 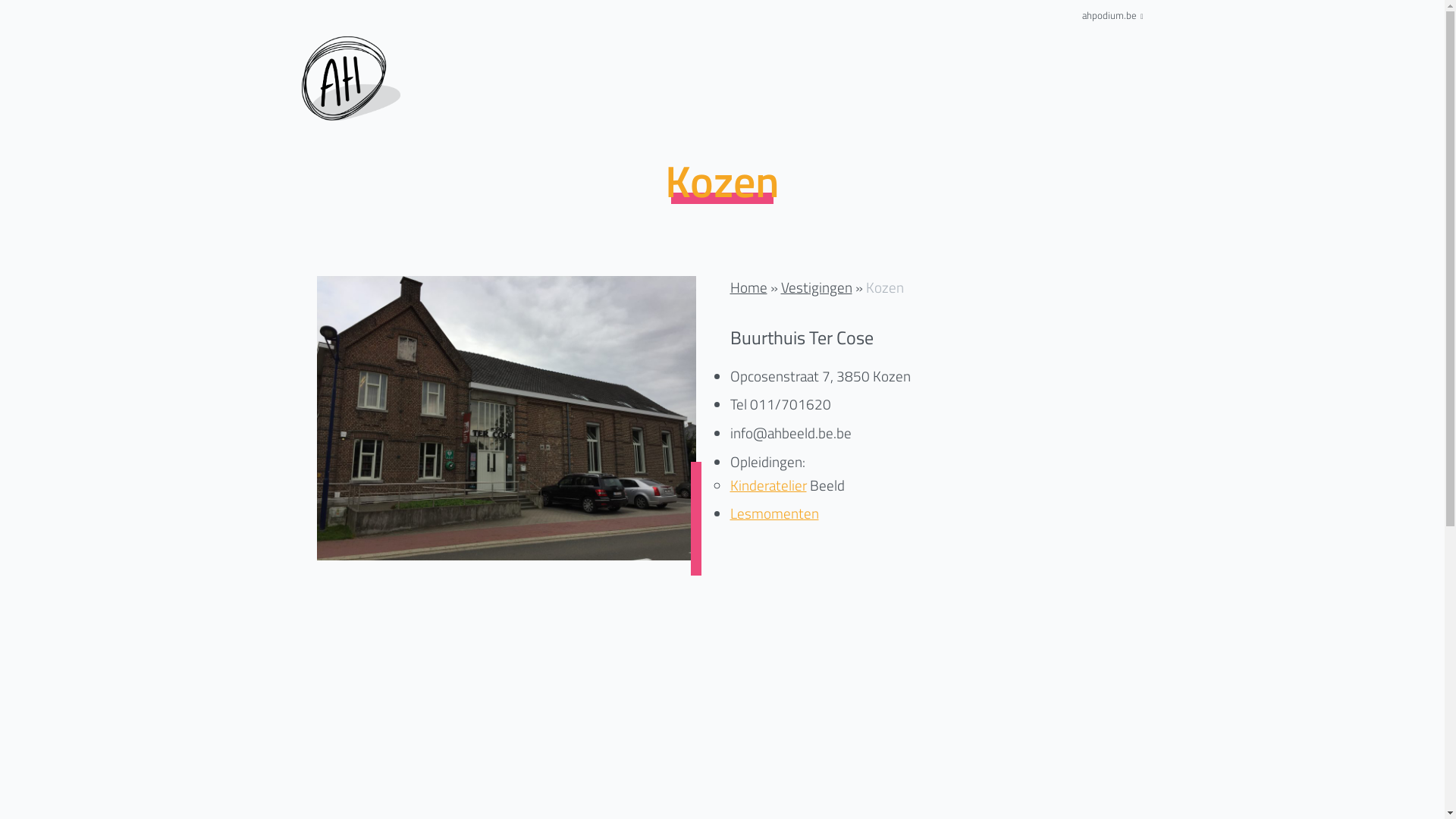 I want to click on 'ahpodium.be', so click(x=1112, y=14).